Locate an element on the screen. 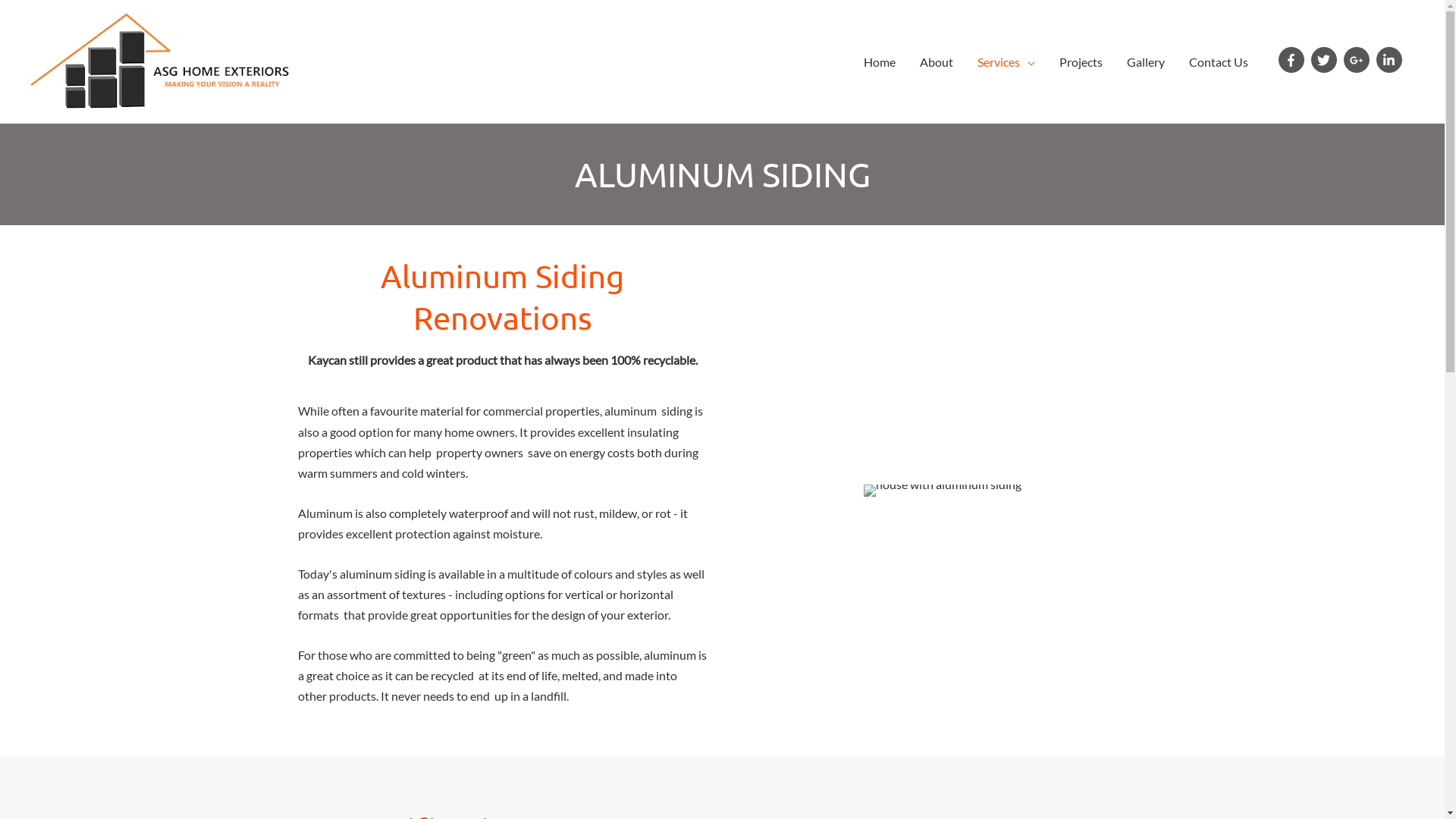  'Services' is located at coordinates (964, 61).